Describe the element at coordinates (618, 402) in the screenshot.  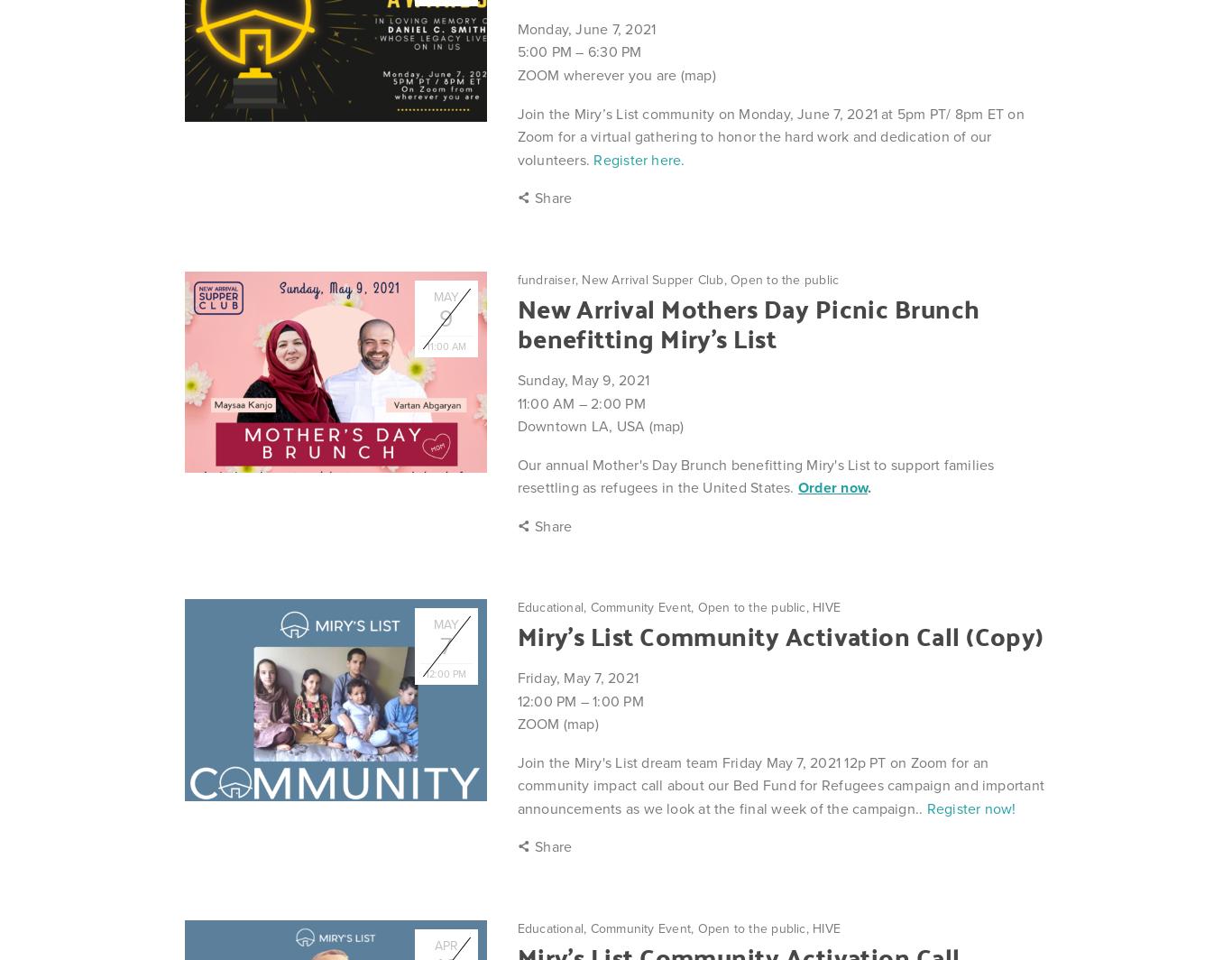
I see `'2:00 PM'` at that location.